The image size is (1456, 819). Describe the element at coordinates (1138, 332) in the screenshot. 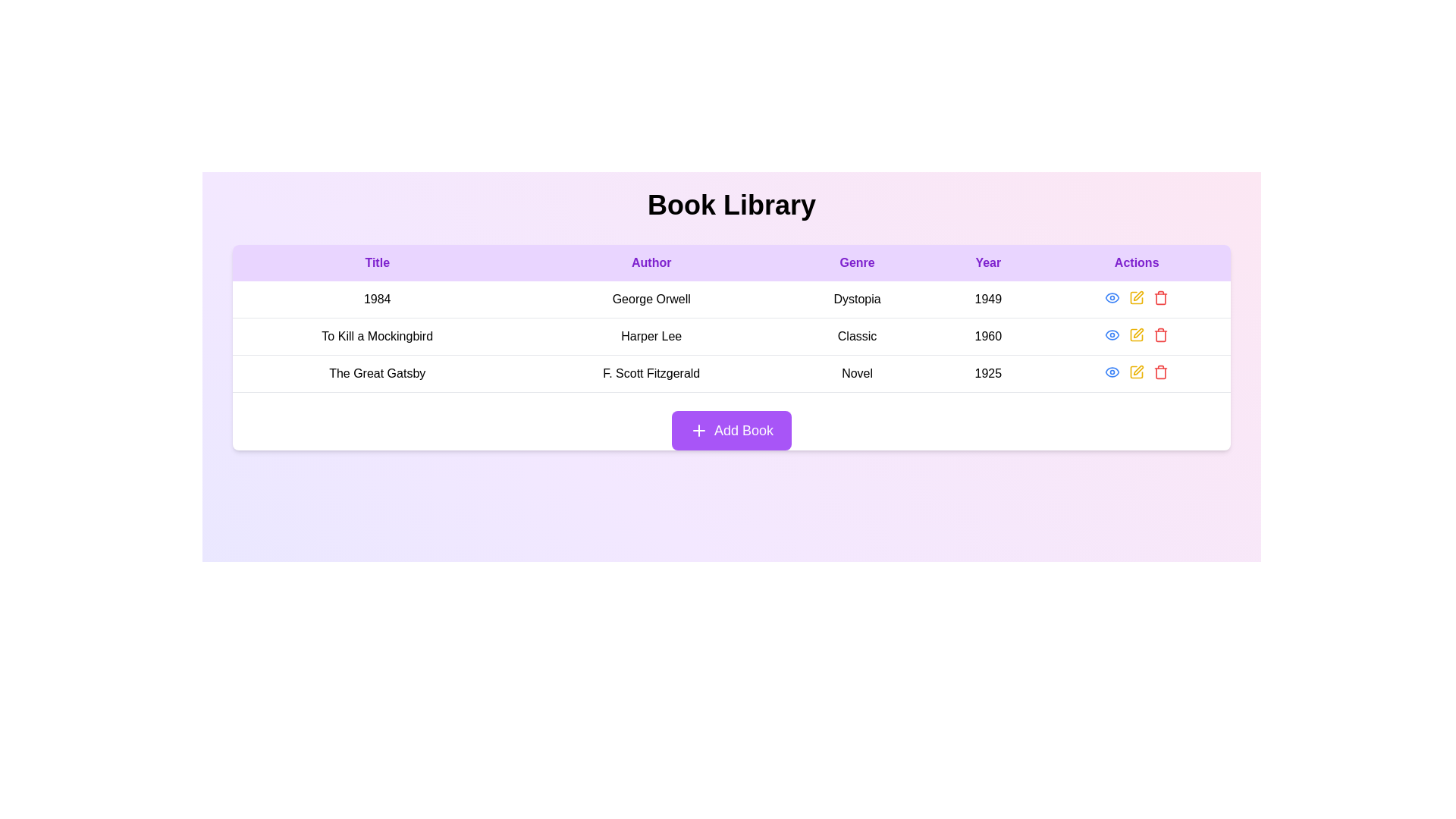

I see `the 'edit' icon in the 'Actions' column of the second row for the book 'To Kill a Mockingbird'` at that location.